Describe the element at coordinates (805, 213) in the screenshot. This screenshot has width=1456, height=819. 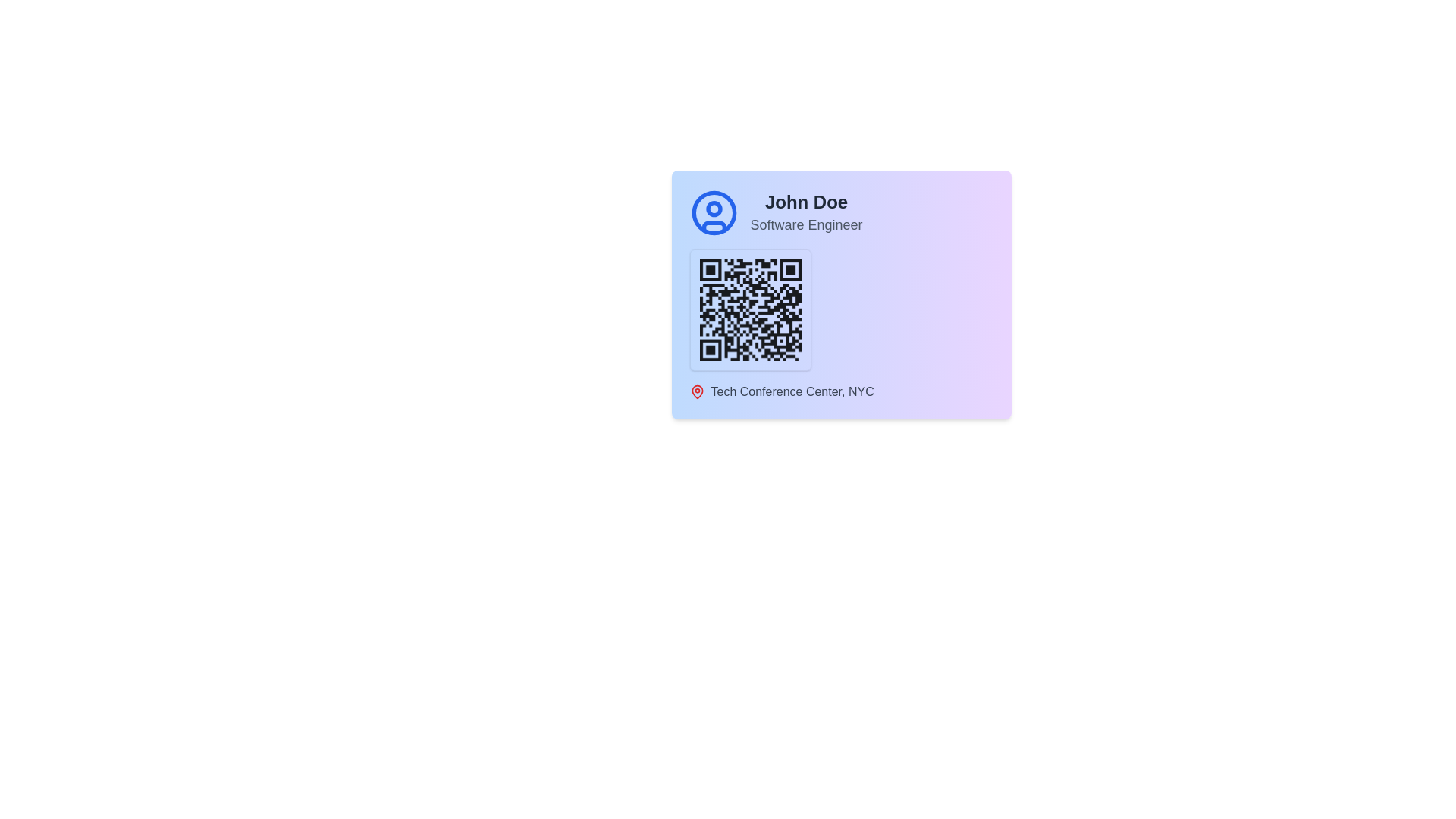
I see `the text block displaying the user's name and designation` at that location.